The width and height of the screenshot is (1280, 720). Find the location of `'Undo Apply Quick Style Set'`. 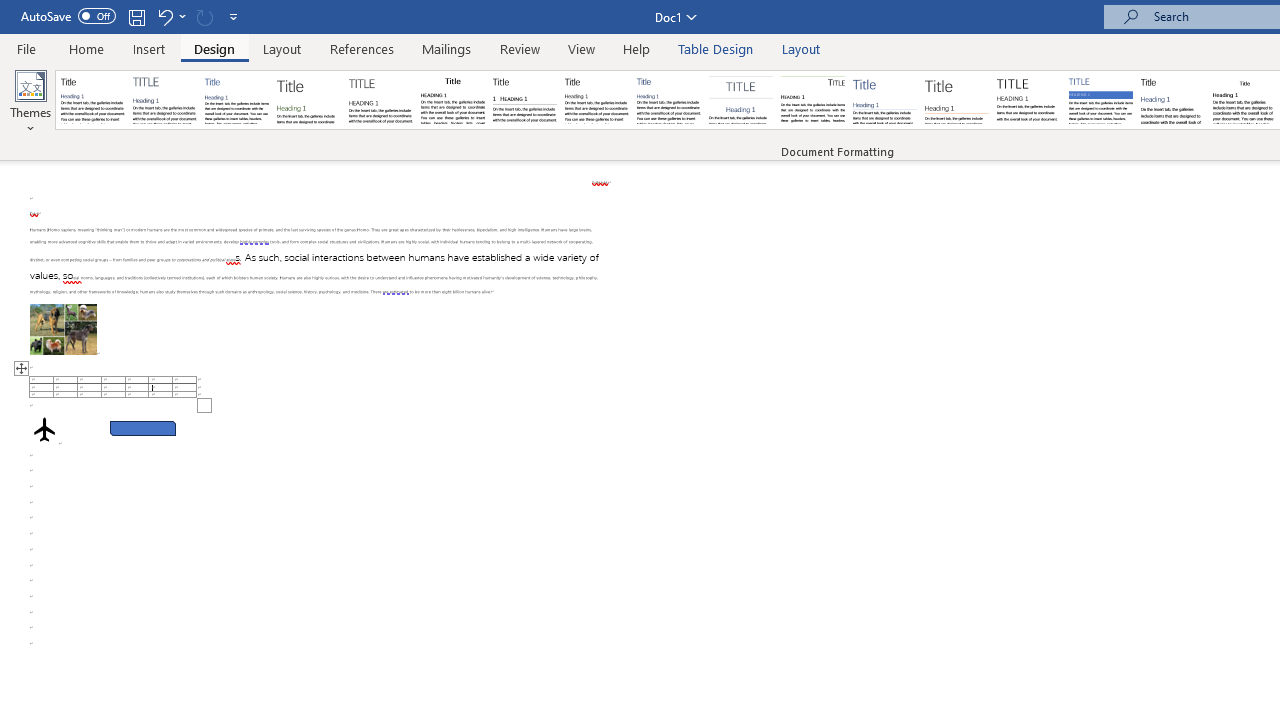

'Undo Apply Quick Style Set' is located at coordinates (170, 16).